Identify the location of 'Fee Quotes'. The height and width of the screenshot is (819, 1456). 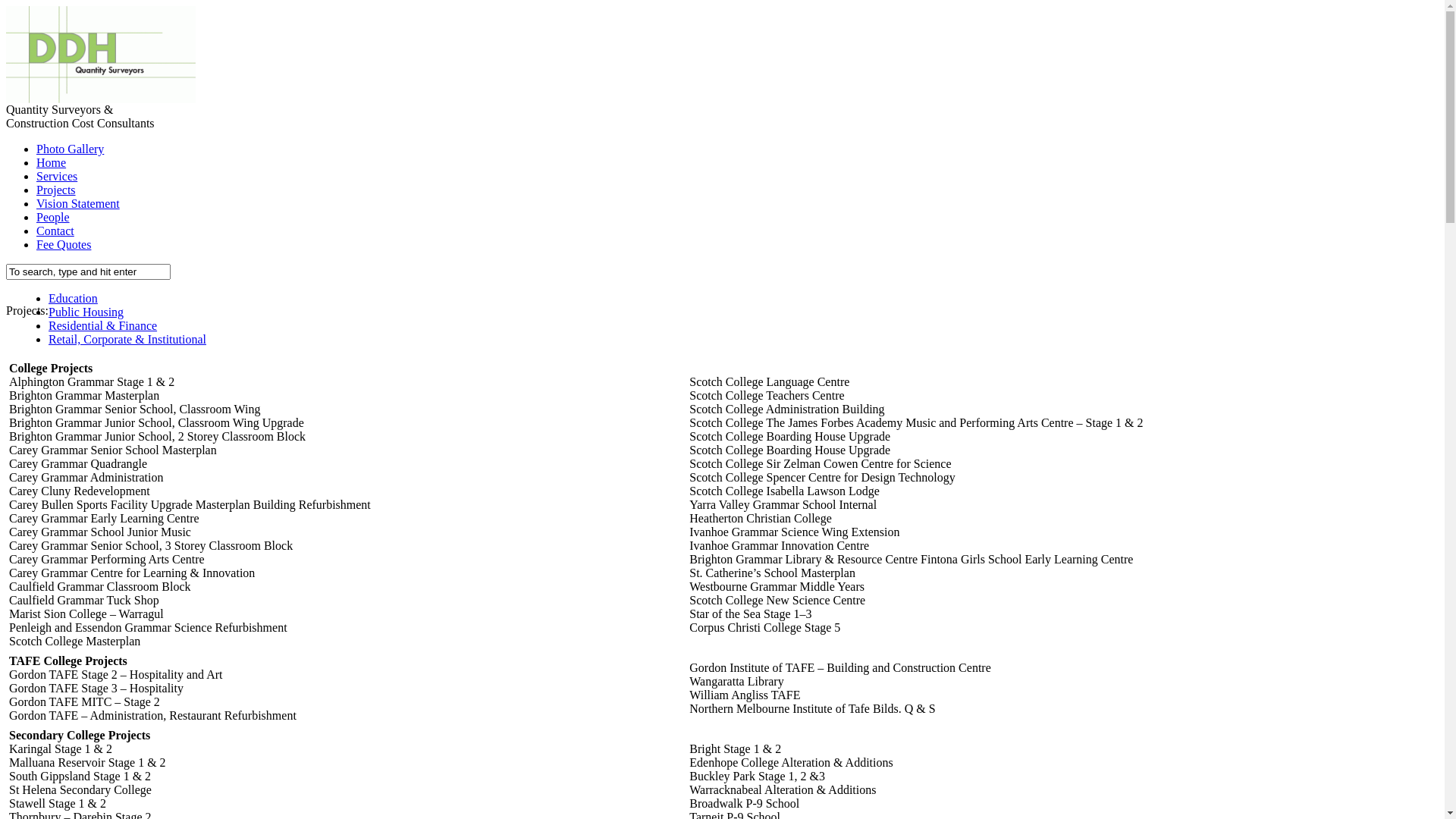
(62, 243).